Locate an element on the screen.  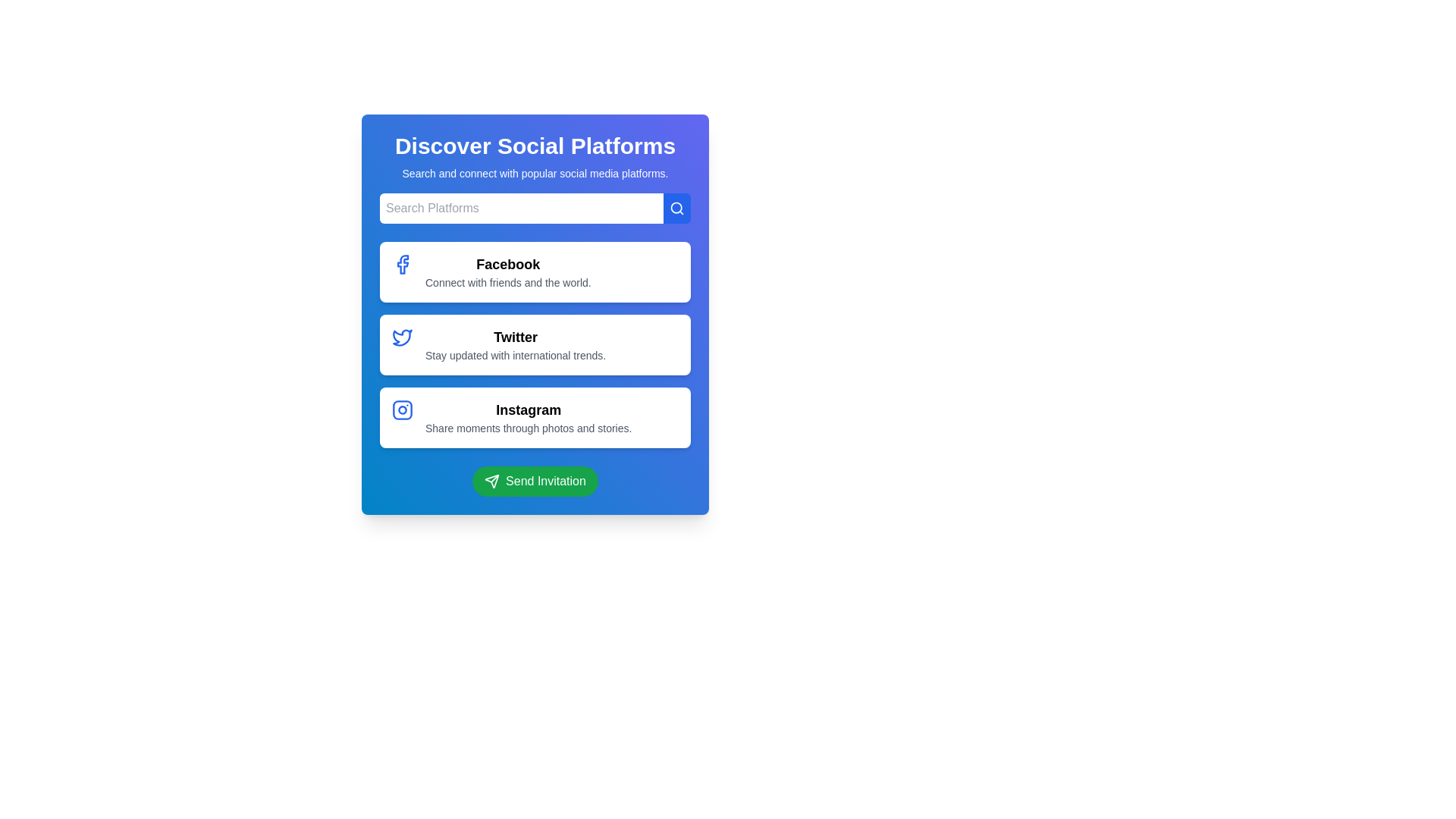
the descriptive text block that contains a bolded 'Instagram' title and a smaller gray subtext about sharing moments, located under the header 'Discover Social Platforms' is located at coordinates (529, 418).